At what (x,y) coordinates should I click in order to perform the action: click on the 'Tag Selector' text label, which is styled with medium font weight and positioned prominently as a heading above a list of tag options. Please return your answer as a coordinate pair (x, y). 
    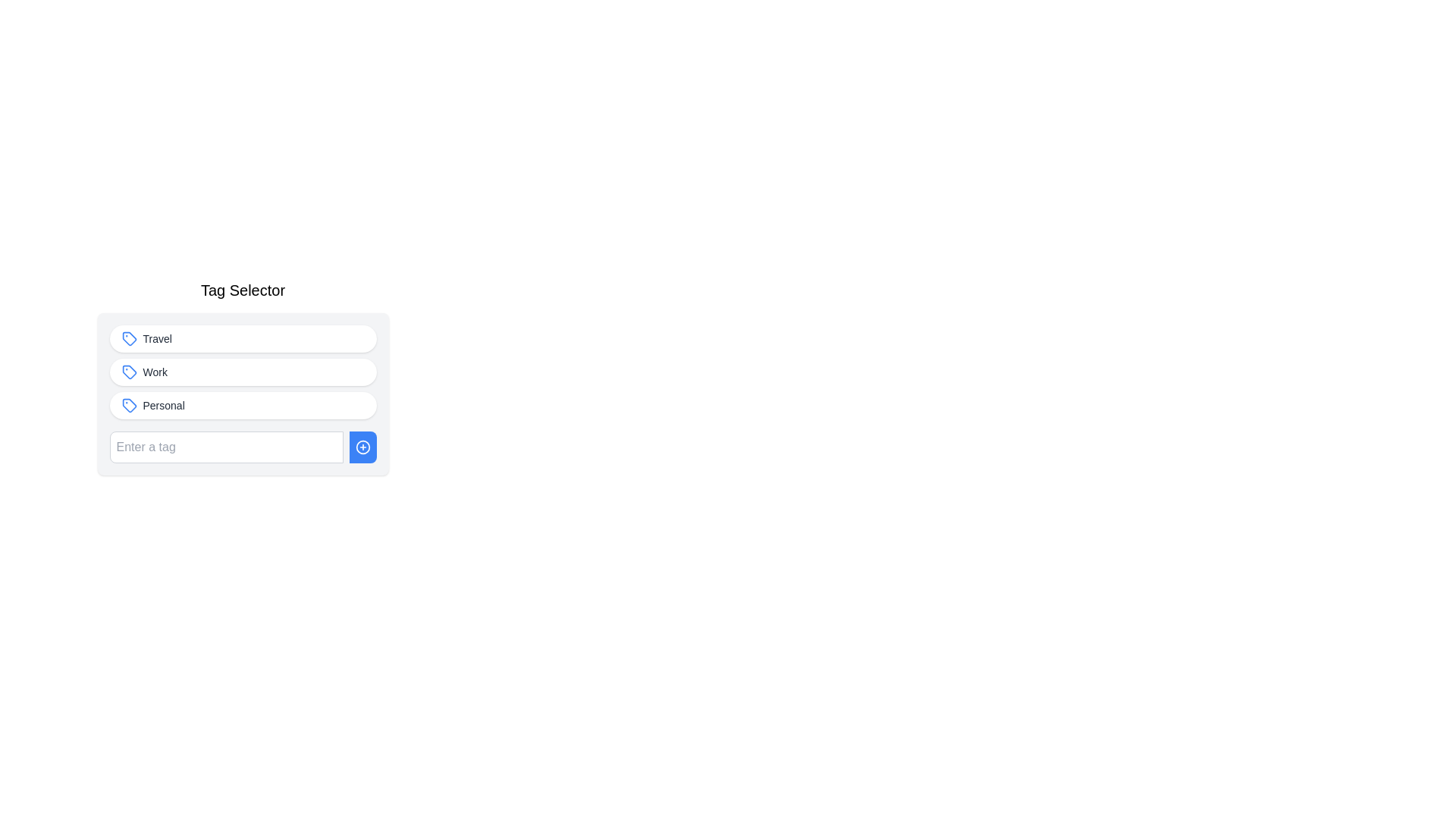
    Looking at the image, I should click on (243, 290).